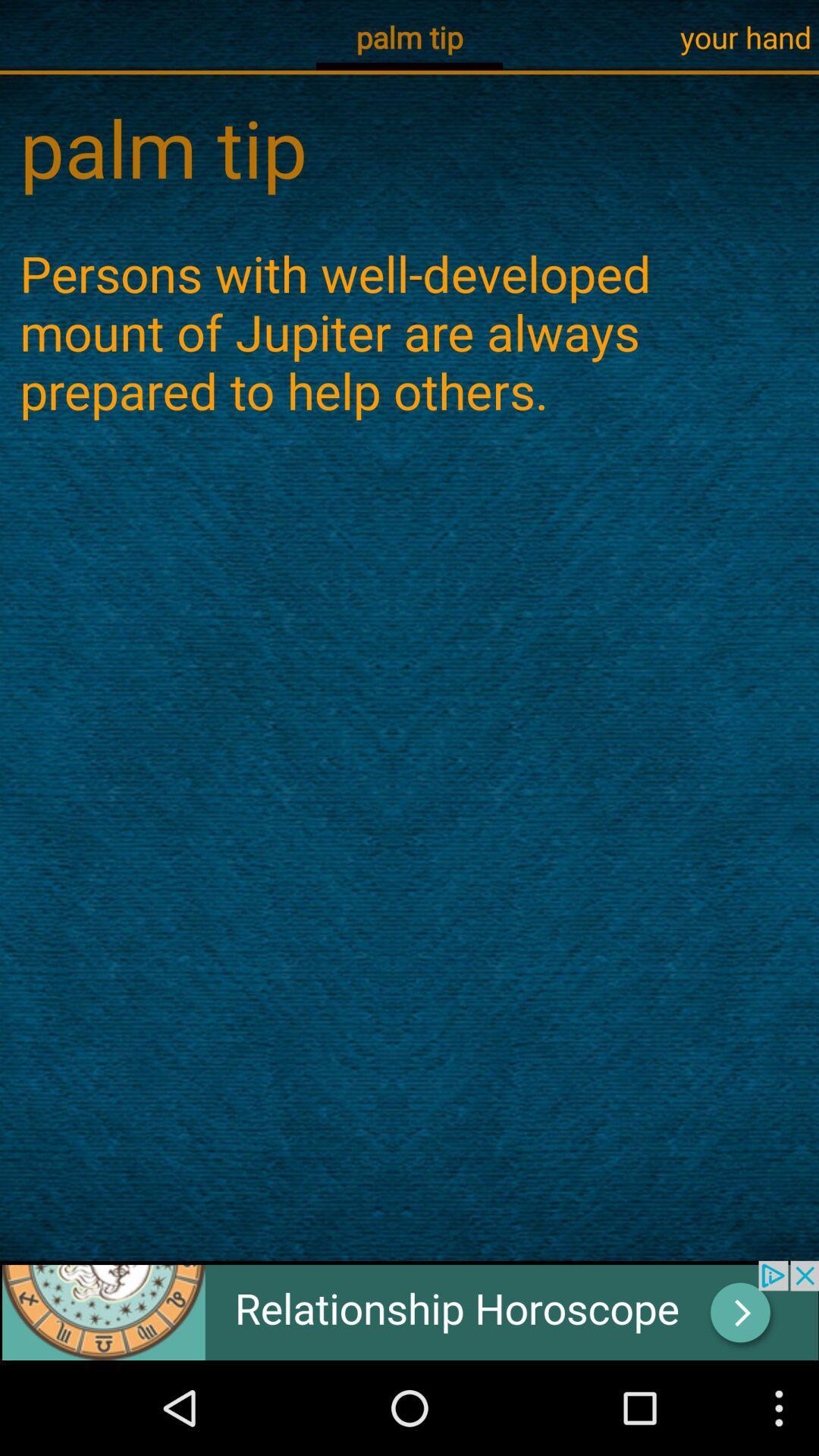 The height and width of the screenshot is (1456, 819). Describe the element at coordinates (409, 1310) in the screenshot. I see `advertisement` at that location.